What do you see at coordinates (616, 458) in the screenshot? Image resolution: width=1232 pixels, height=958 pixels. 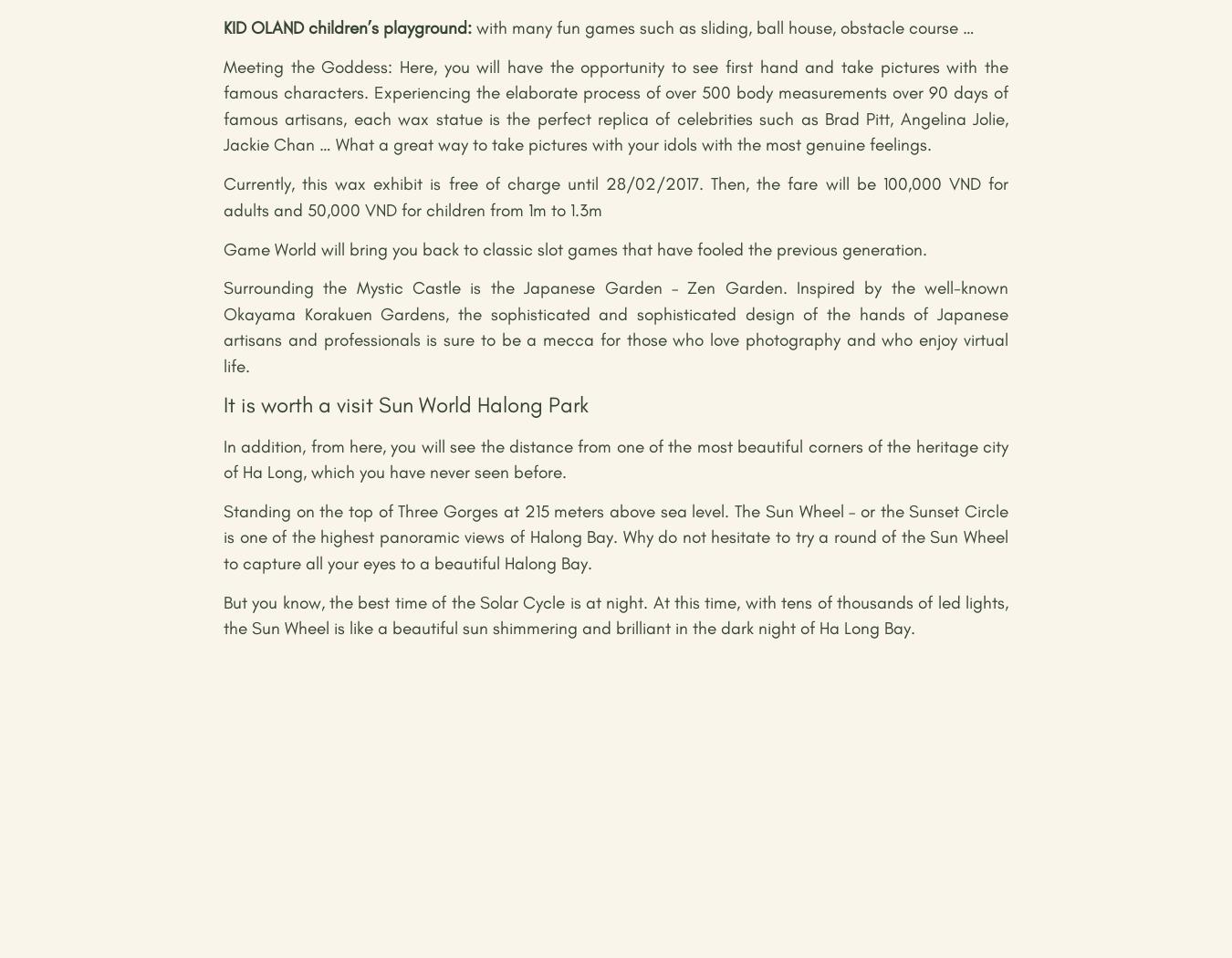 I see `'In addition, from here, you will see the distance from one of the most beautiful corners of the heritage city of Ha Long, which you have never seen before.'` at bounding box center [616, 458].